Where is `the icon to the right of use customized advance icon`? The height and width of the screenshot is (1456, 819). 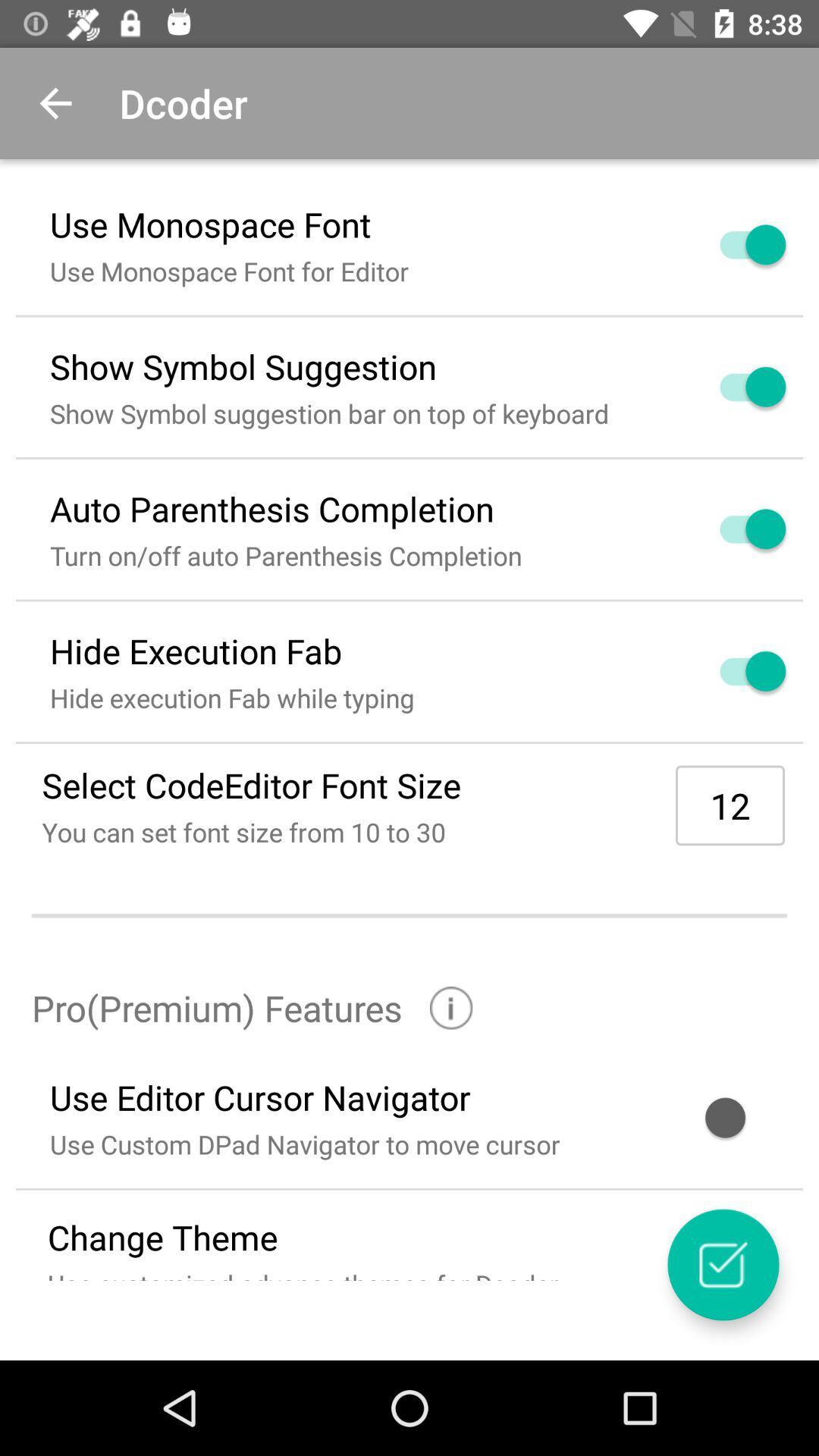 the icon to the right of use customized advance icon is located at coordinates (722, 1265).